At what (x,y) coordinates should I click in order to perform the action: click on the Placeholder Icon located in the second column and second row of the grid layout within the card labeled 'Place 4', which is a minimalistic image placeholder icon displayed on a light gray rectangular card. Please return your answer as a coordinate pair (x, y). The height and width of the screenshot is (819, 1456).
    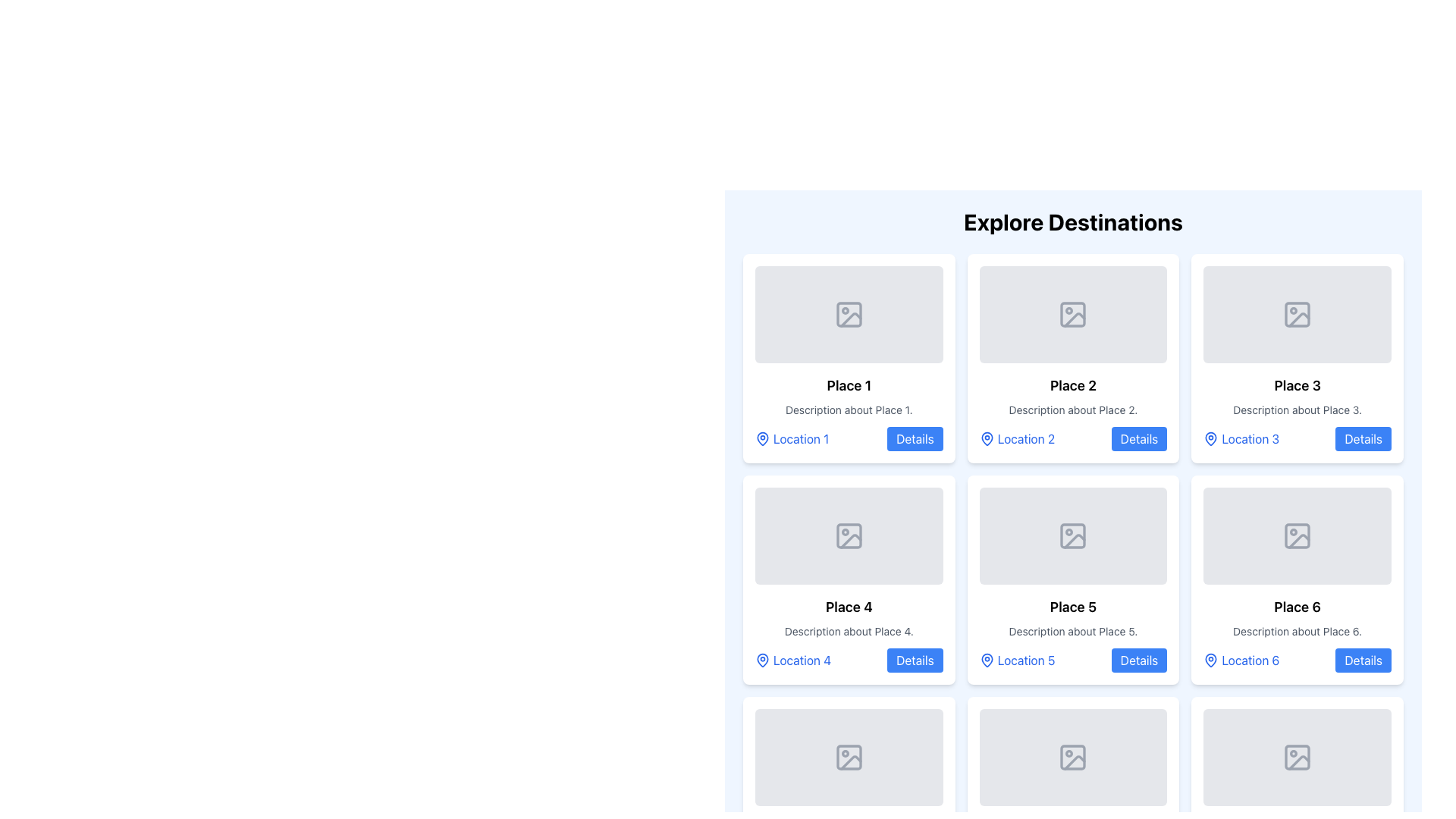
    Looking at the image, I should click on (848, 535).